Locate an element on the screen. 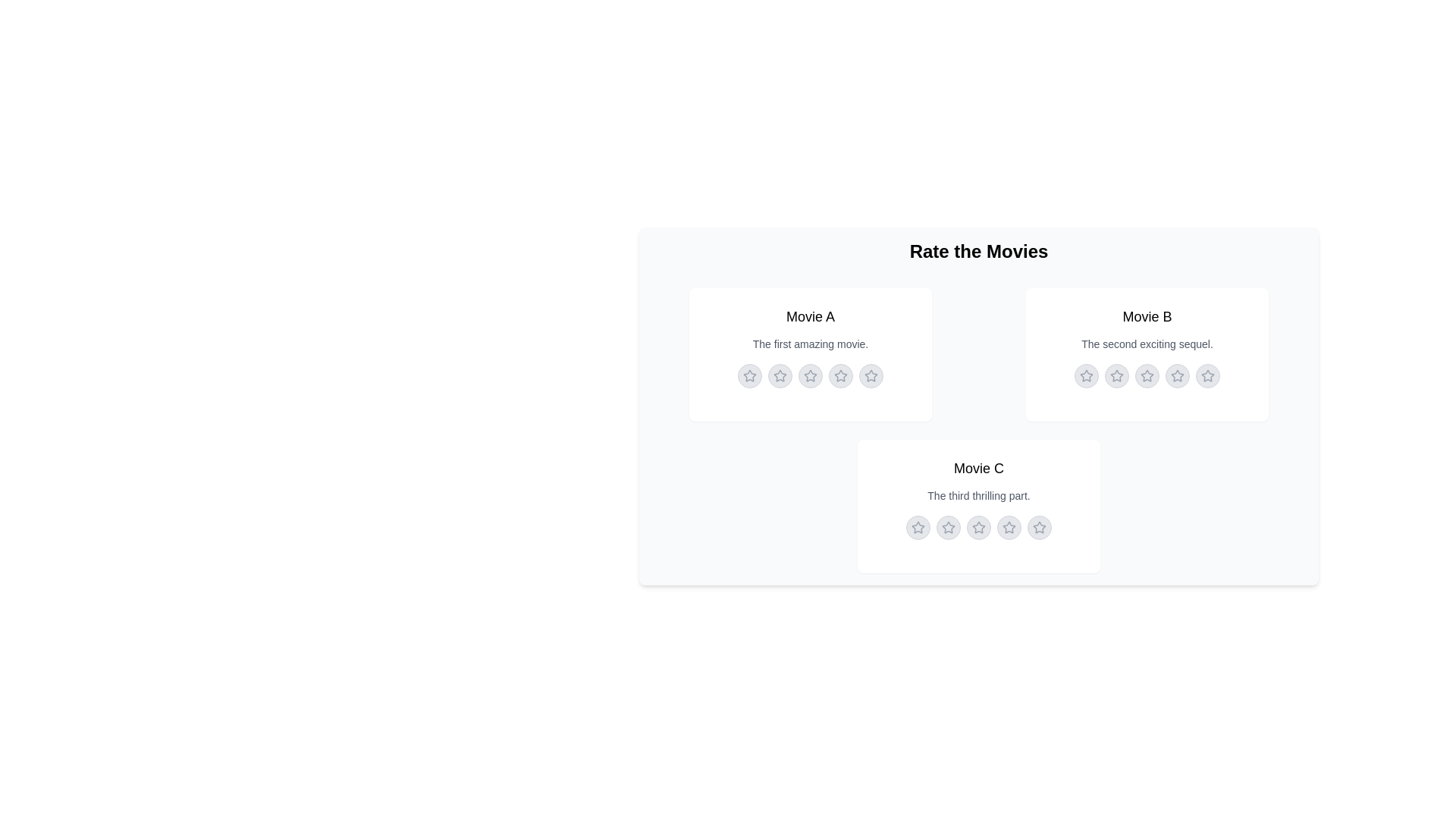 This screenshot has height=819, width=1456. the third circular button with a star icon under the 'Movie A' section is located at coordinates (810, 375).